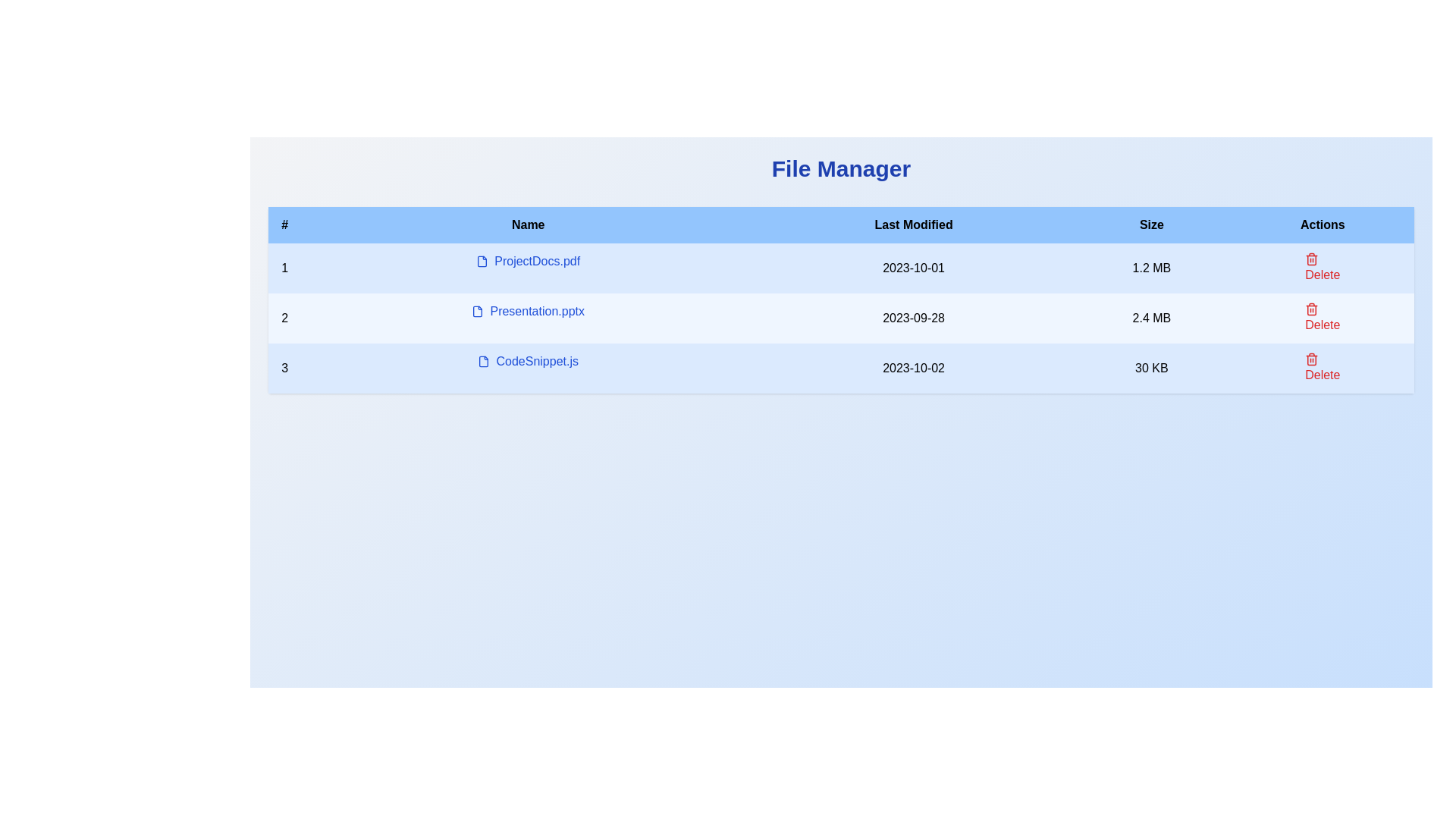  Describe the element at coordinates (483, 362) in the screenshot. I see `the icon representing the file 'CodeSnippet.js' located in the 'Name' column of the third row of the table` at that location.